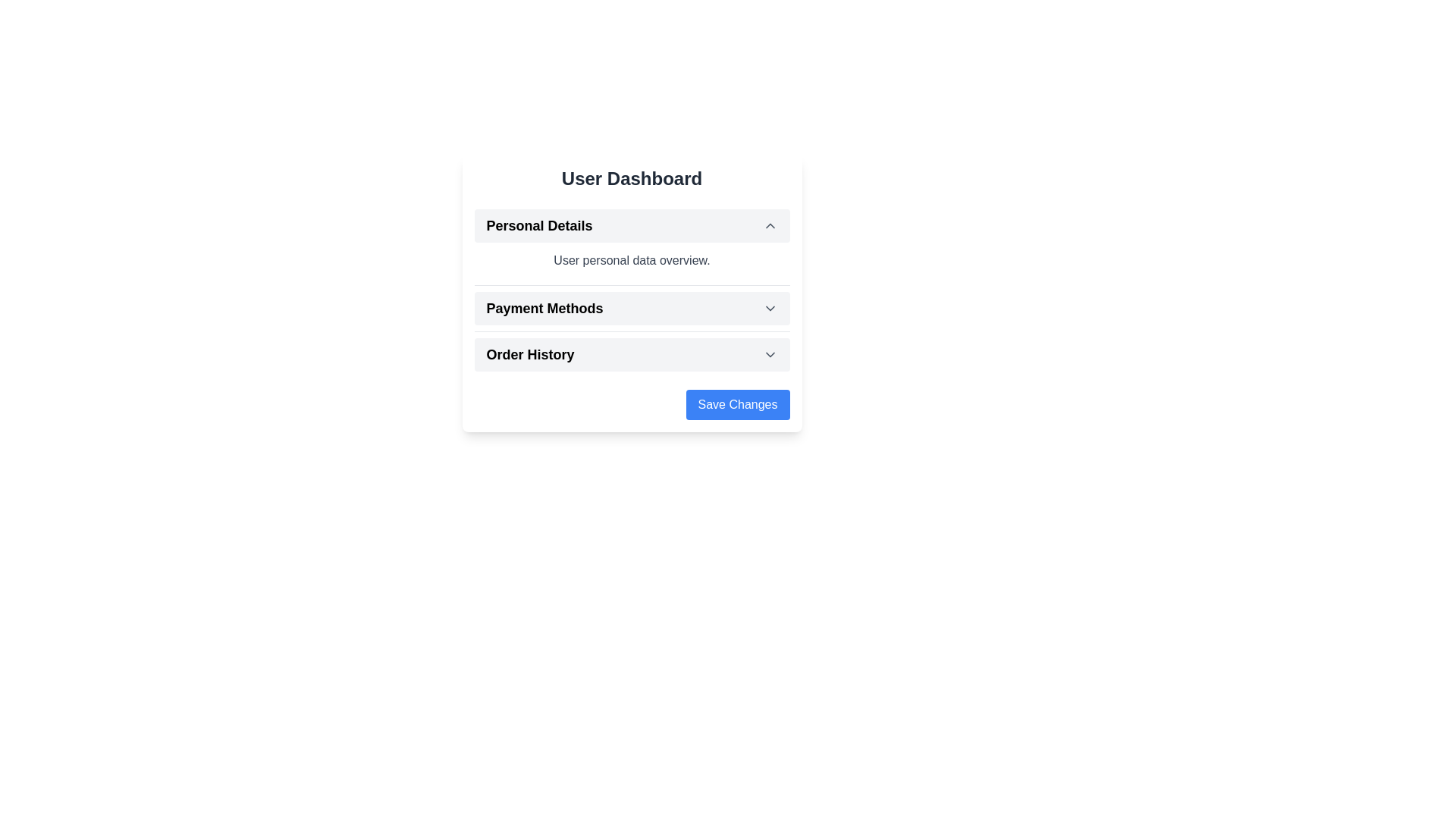 The image size is (1456, 819). What do you see at coordinates (770, 308) in the screenshot?
I see `the chevron icon on the far right side of the 'Payment Methods' row` at bounding box center [770, 308].